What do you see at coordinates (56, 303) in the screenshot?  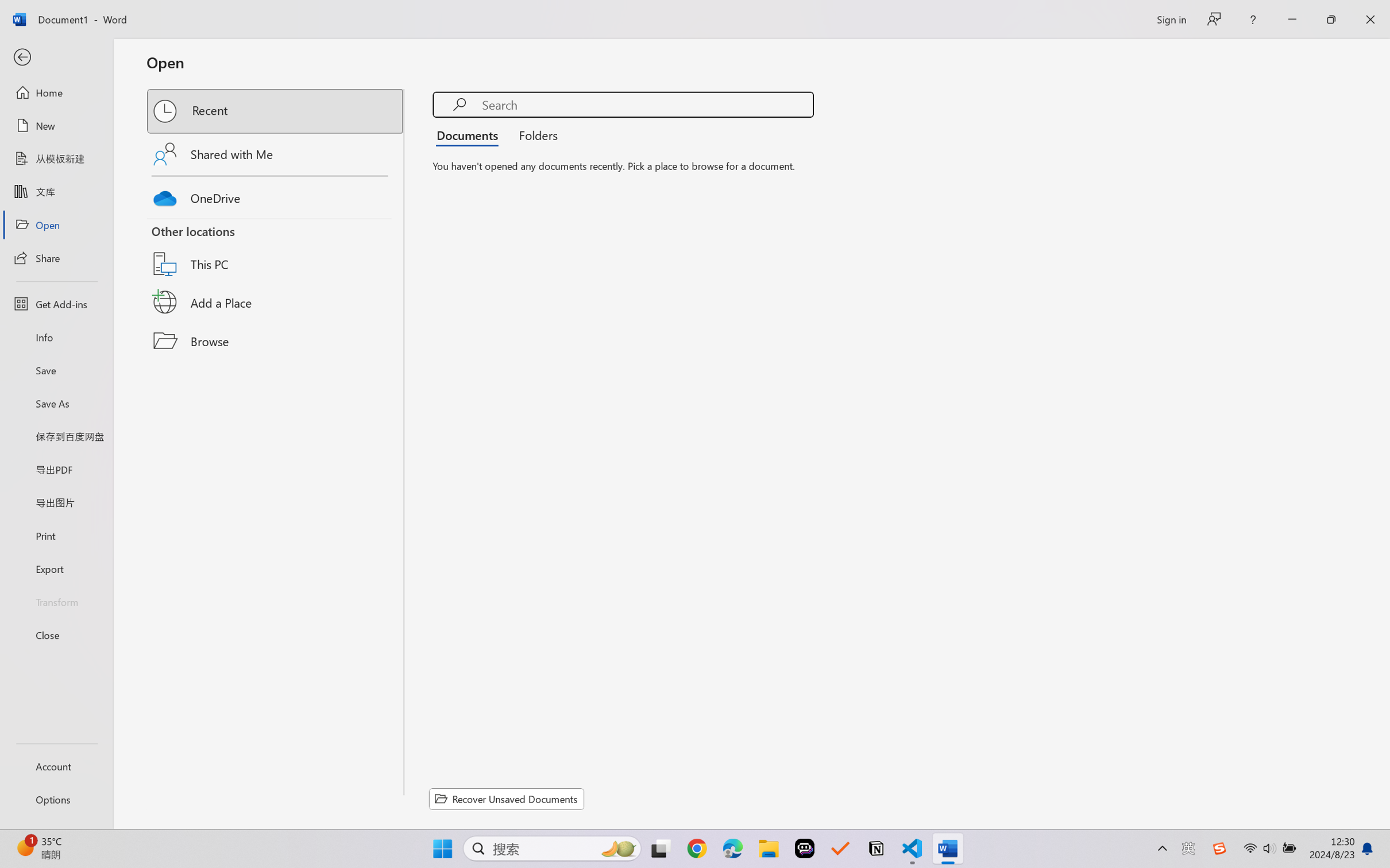 I see `'Get Add-ins'` at bounding box center [56, 303].